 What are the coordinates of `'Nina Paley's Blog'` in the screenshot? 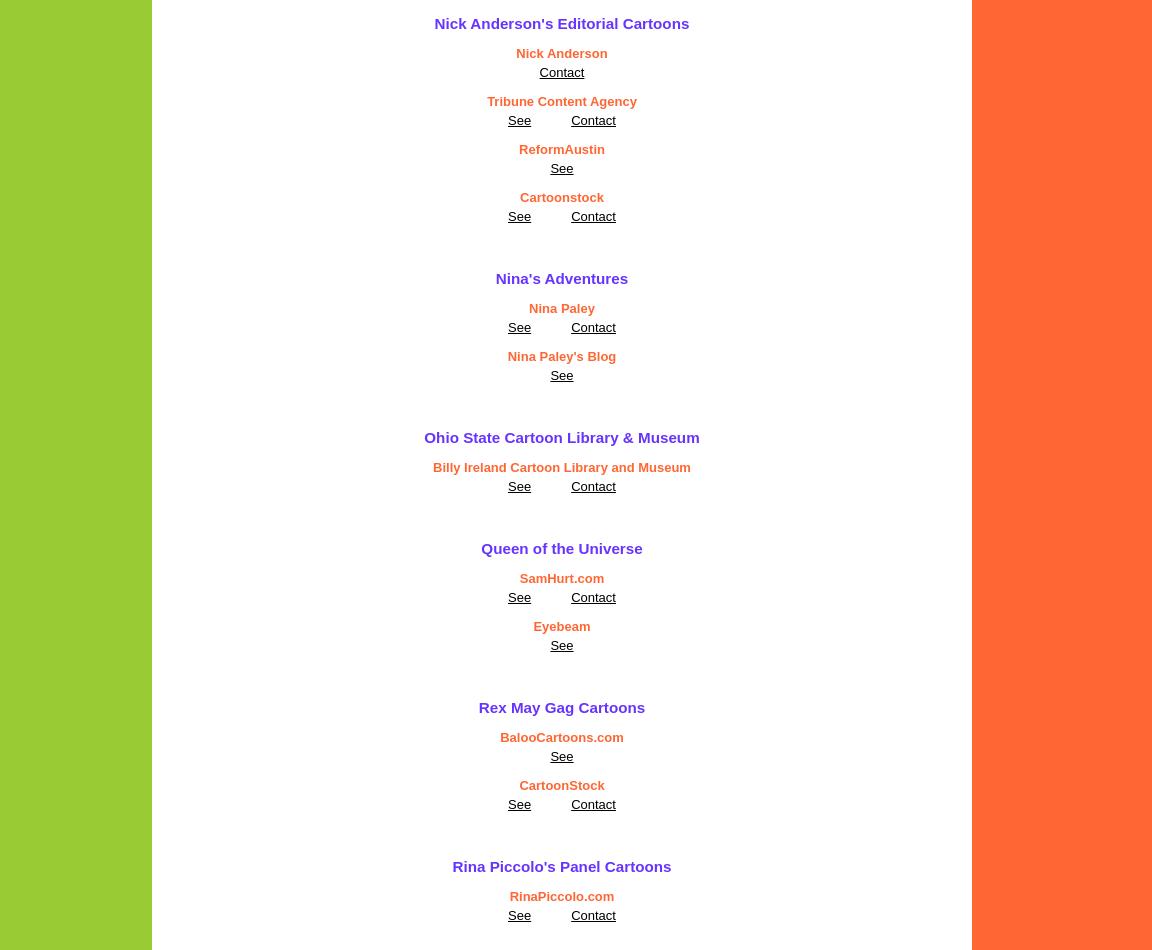 It's located at (561, 355).